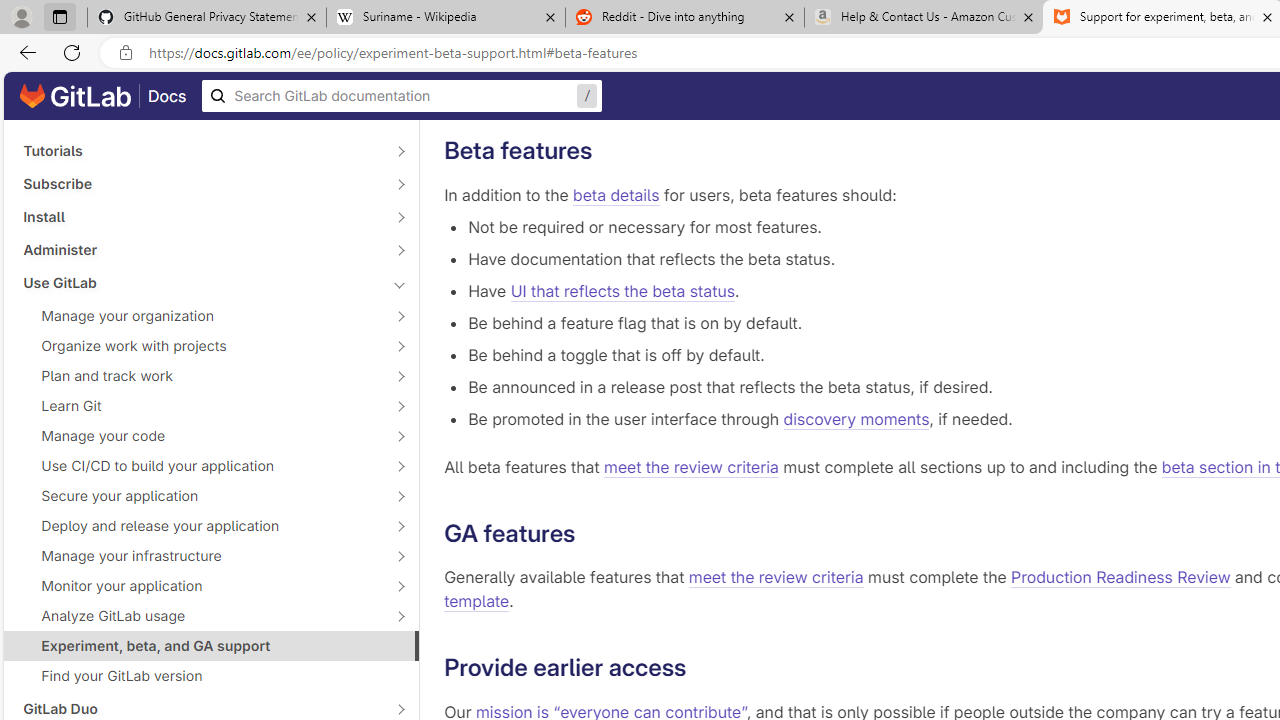  What do you see at coordinates (200, 282) in the screenshot?
I see `'Use GitLab'` at bounding box center [200, 282].